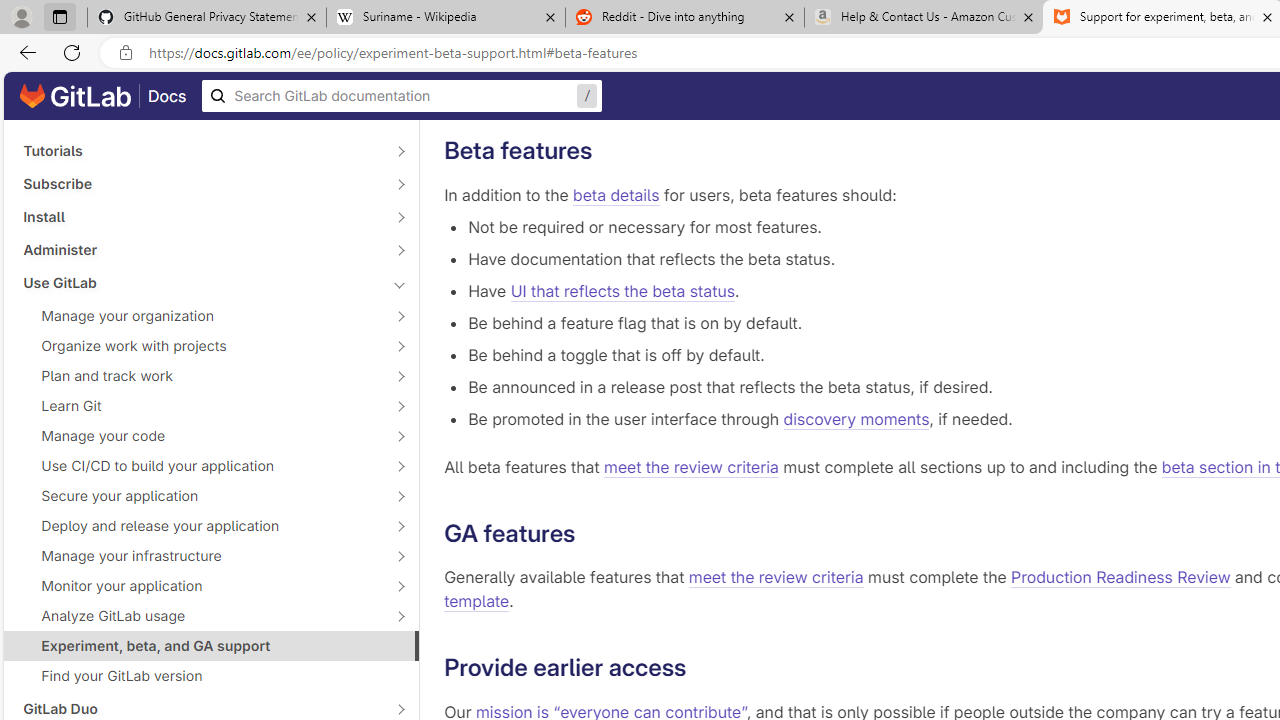  What do you see at coordinates (200, 282) in the screenshot?
I see `'Use GitLab'` at bounding box center [200, 282].